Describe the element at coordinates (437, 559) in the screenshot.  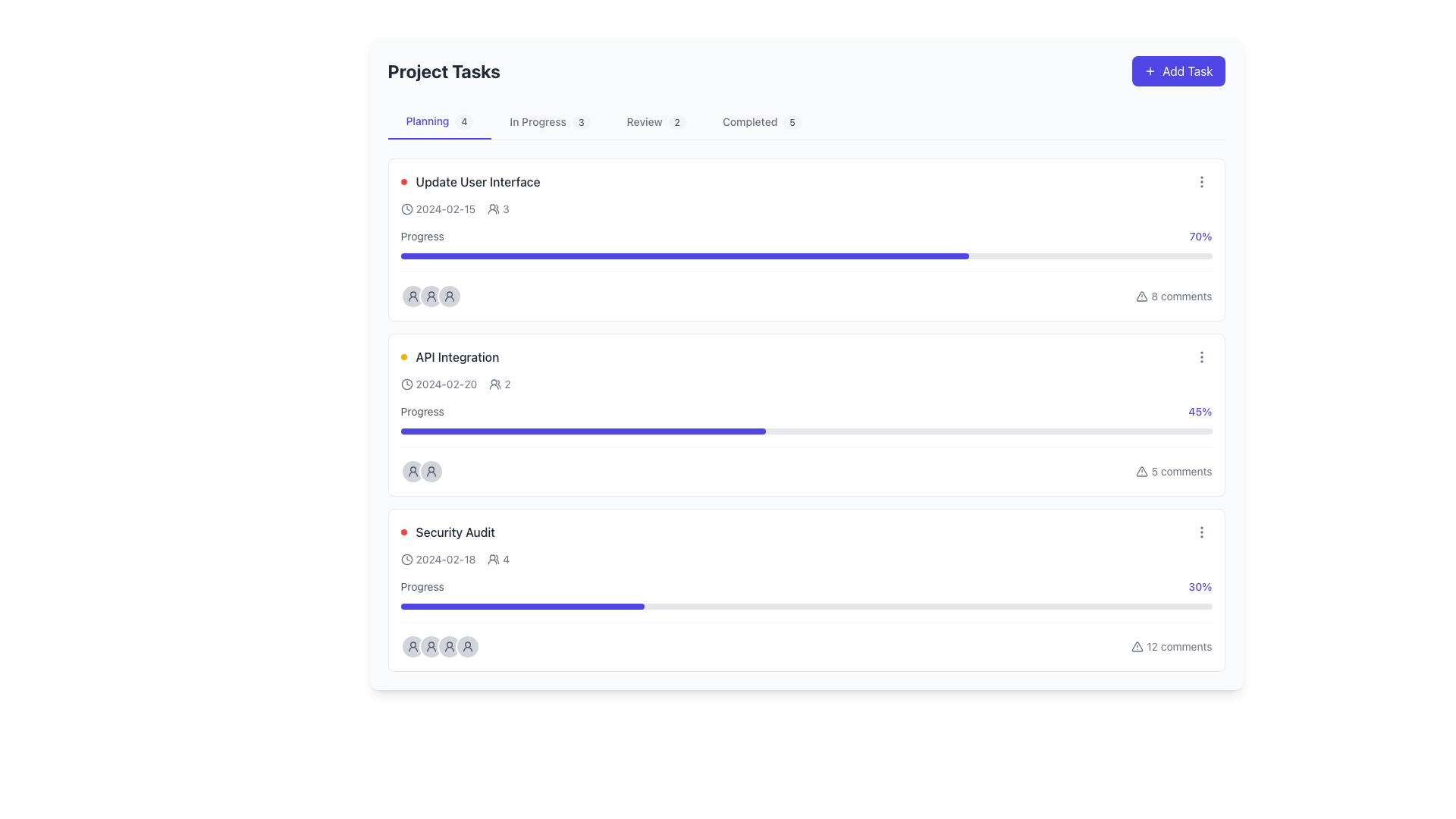
I see `date '2024-02-18' displayed in the metadata row of the 'Security Audit' task block, located just below the task title` at that location.